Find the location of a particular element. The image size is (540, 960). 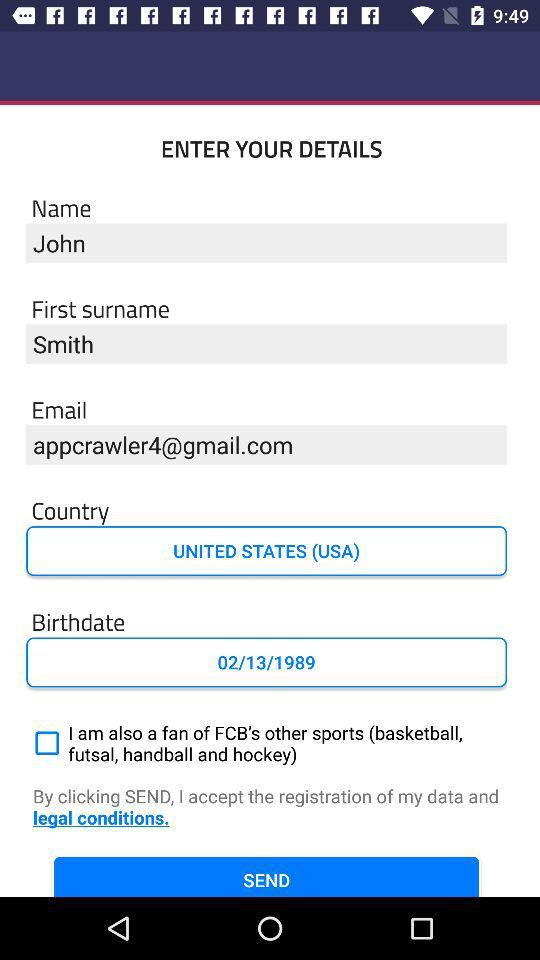

i am also is located at coordinates (266, 742).